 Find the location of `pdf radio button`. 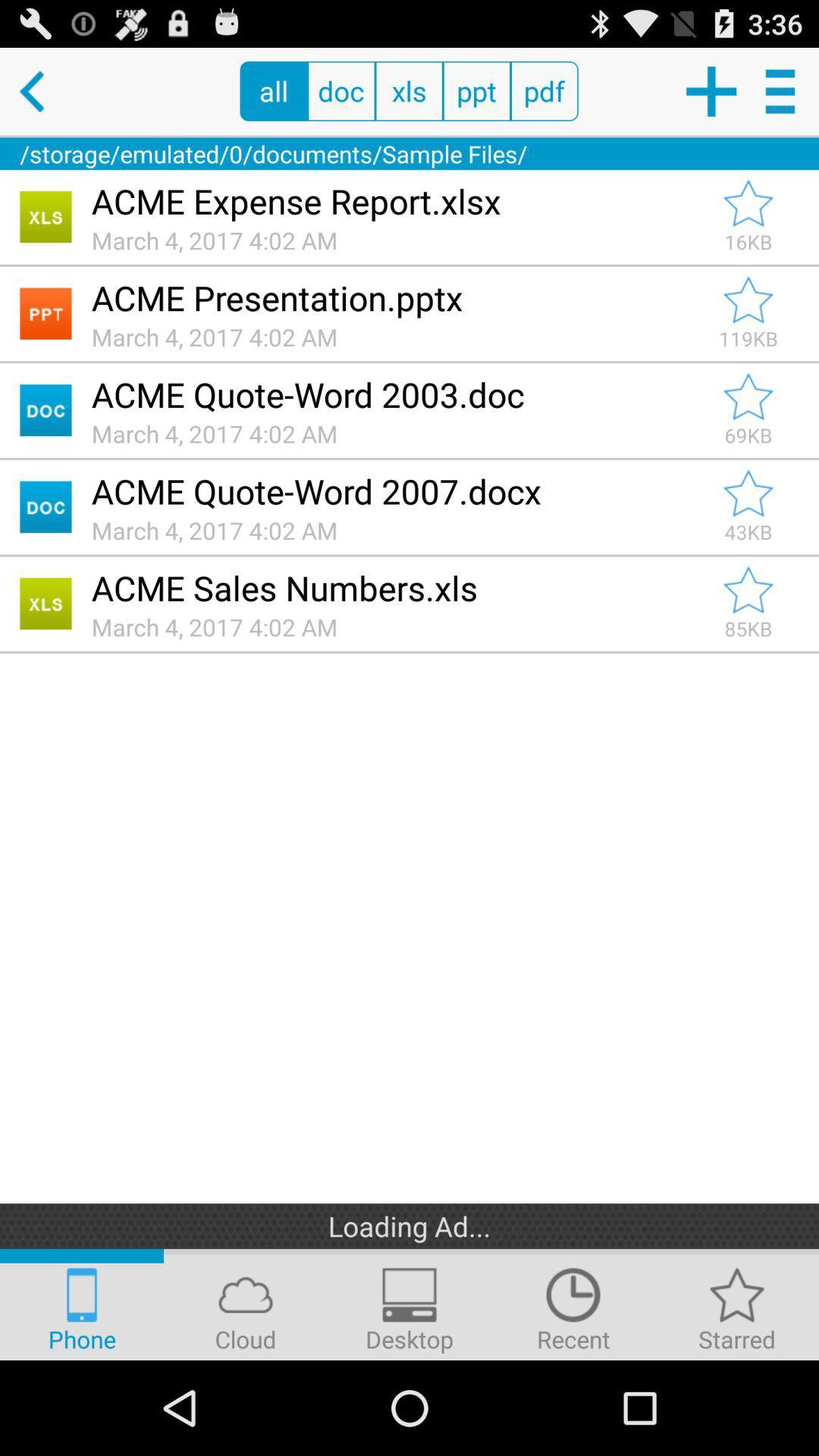

pdf radio button is located at coordinates (544, 90).